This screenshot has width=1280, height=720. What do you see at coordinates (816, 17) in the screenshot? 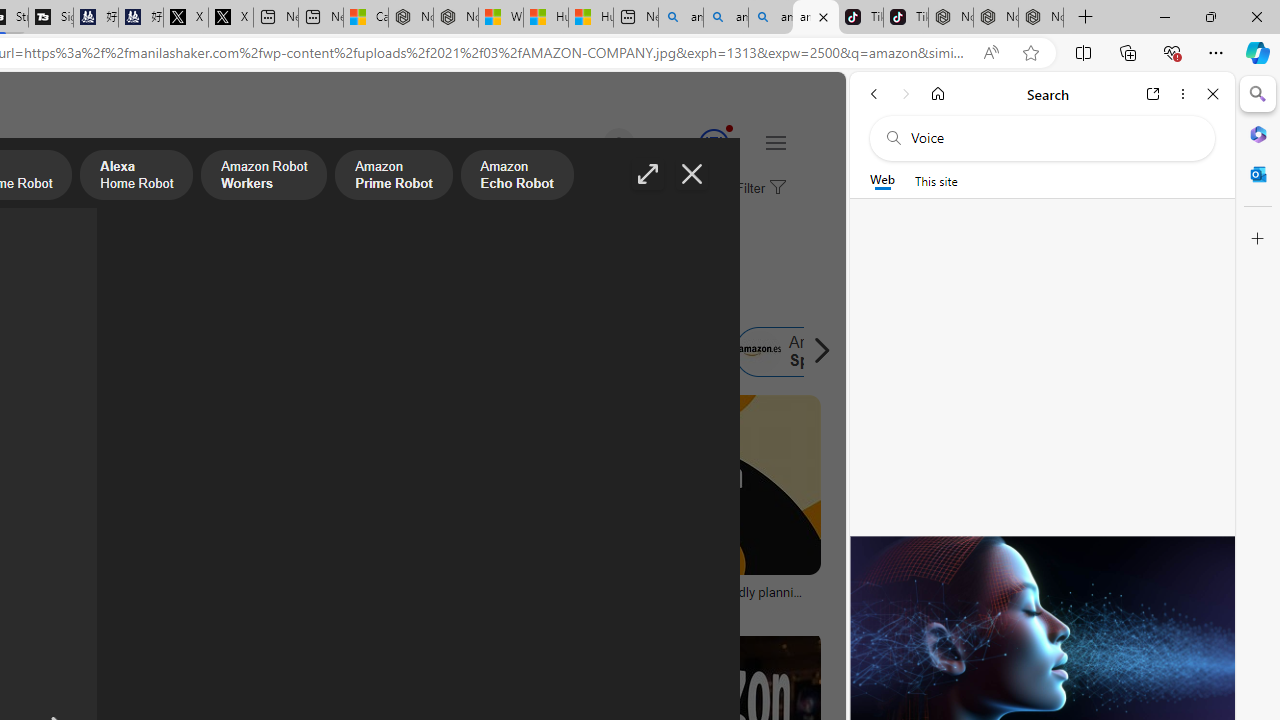
I see `'amazon - Search Images'` at bounding box center [816, 17].